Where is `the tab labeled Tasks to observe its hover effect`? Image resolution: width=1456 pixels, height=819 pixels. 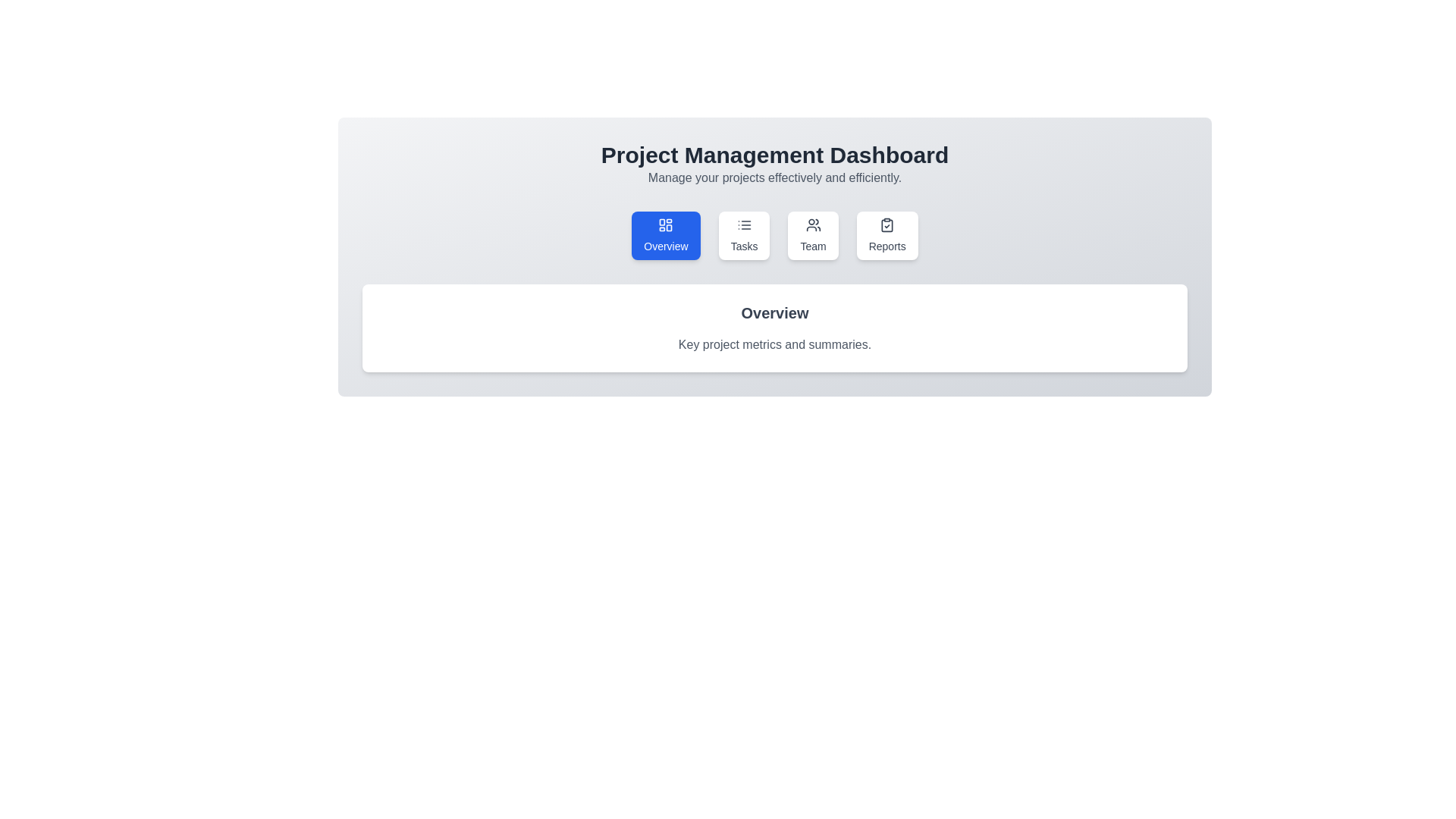
the tab labeled Tasks to observe its hover effect is located at coordinates (744, 236).